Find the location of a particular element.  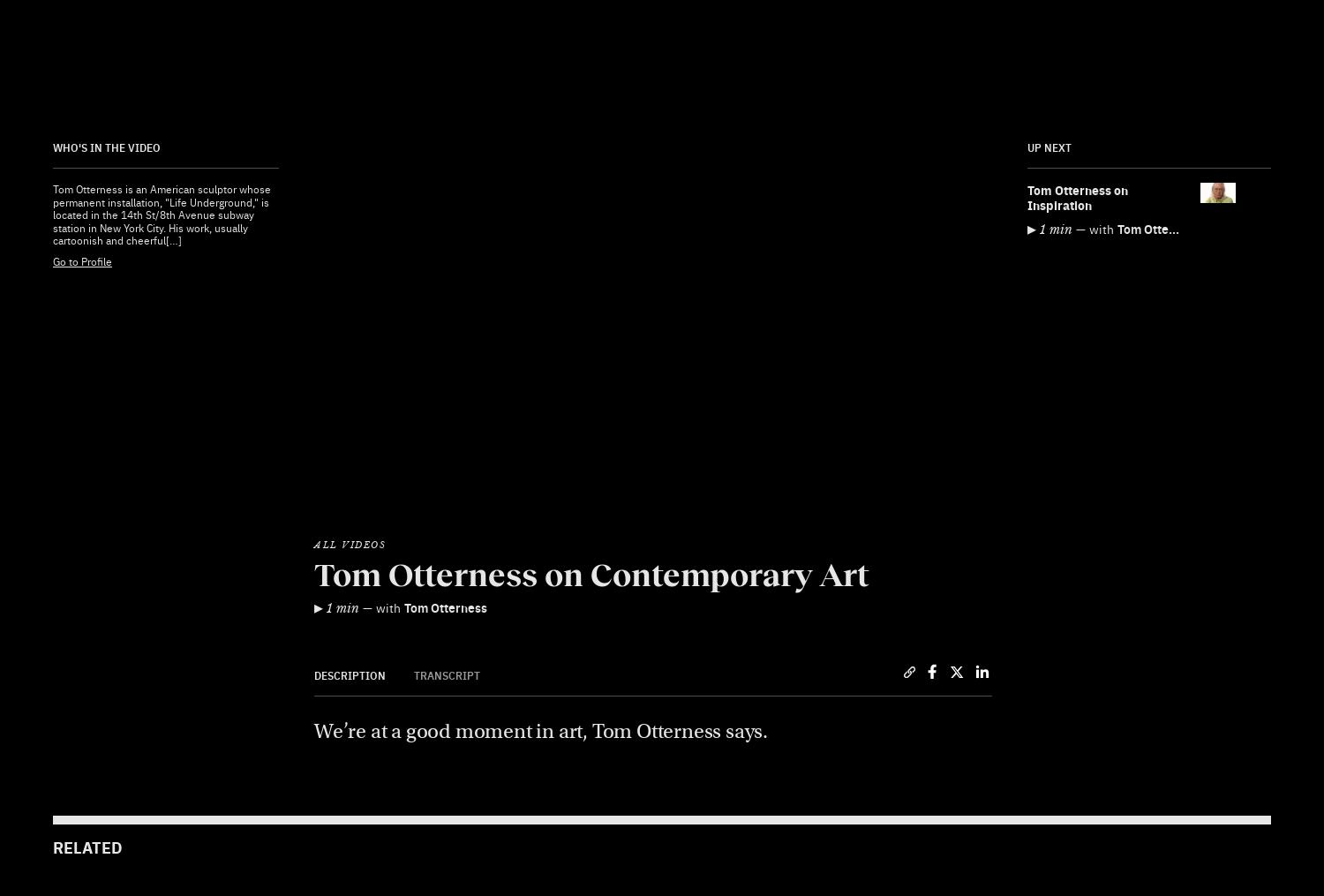

'Privacy Policy' is located at coordinates (428, 749).